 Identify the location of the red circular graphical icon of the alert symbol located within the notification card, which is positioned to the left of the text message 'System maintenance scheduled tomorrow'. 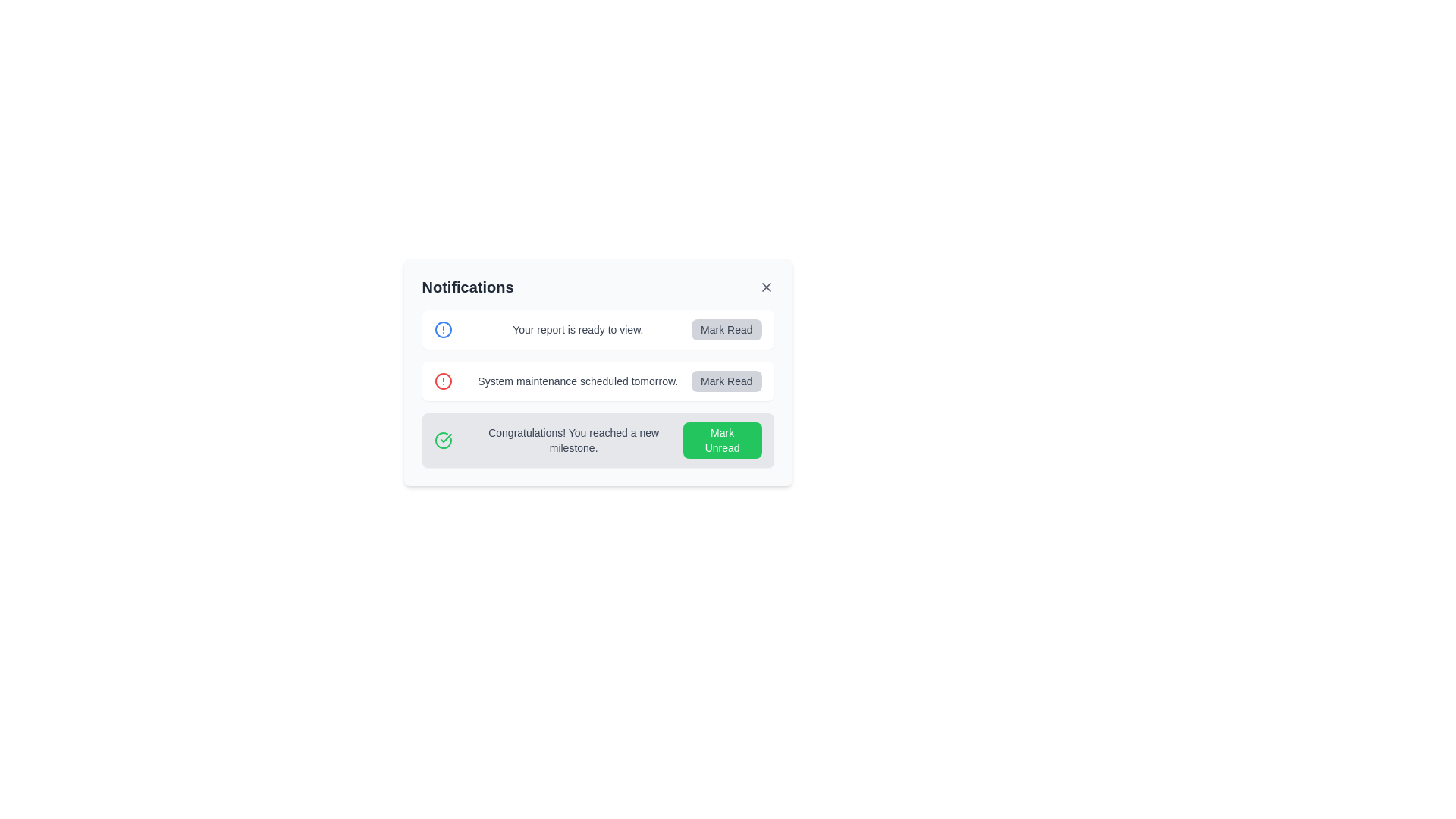
(442, 380).